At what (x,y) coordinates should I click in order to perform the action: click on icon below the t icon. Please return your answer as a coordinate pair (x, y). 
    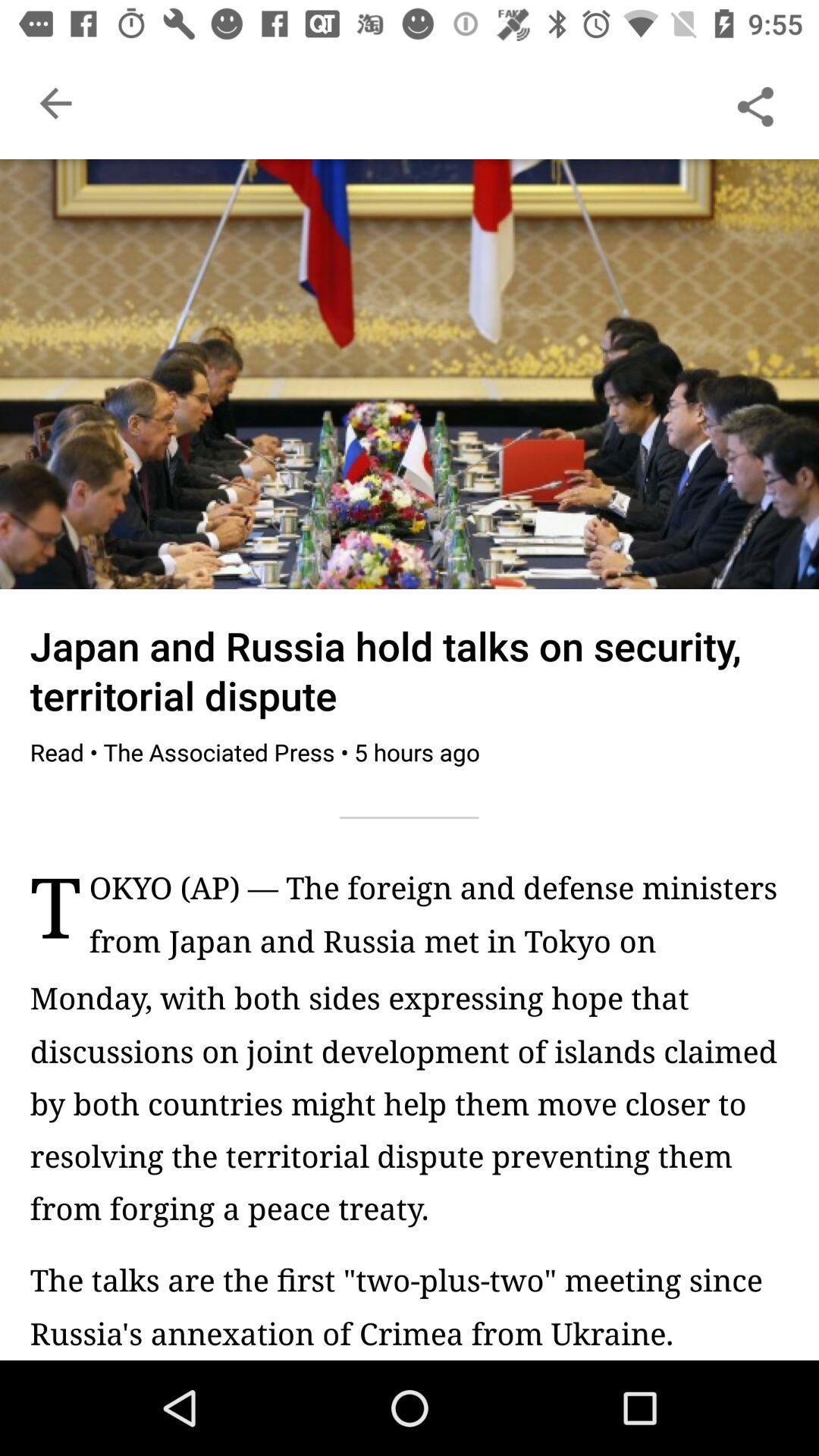
    Looking at the image, I should click on (409, 1103).